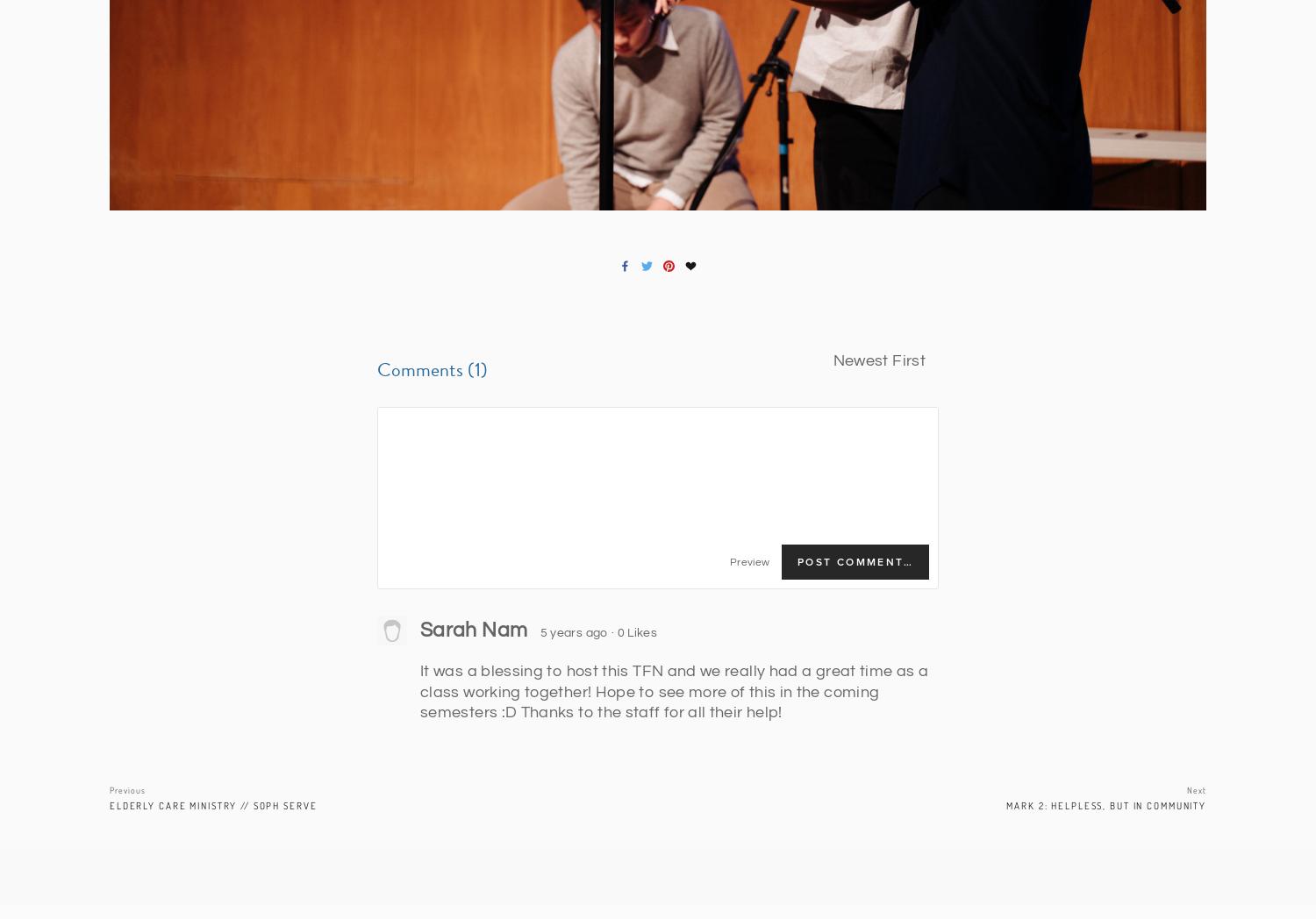  What do you see at coordinates (854, 560) in the screenshot?
I see `'Post Comment…'` at bounding box center [854, 560].